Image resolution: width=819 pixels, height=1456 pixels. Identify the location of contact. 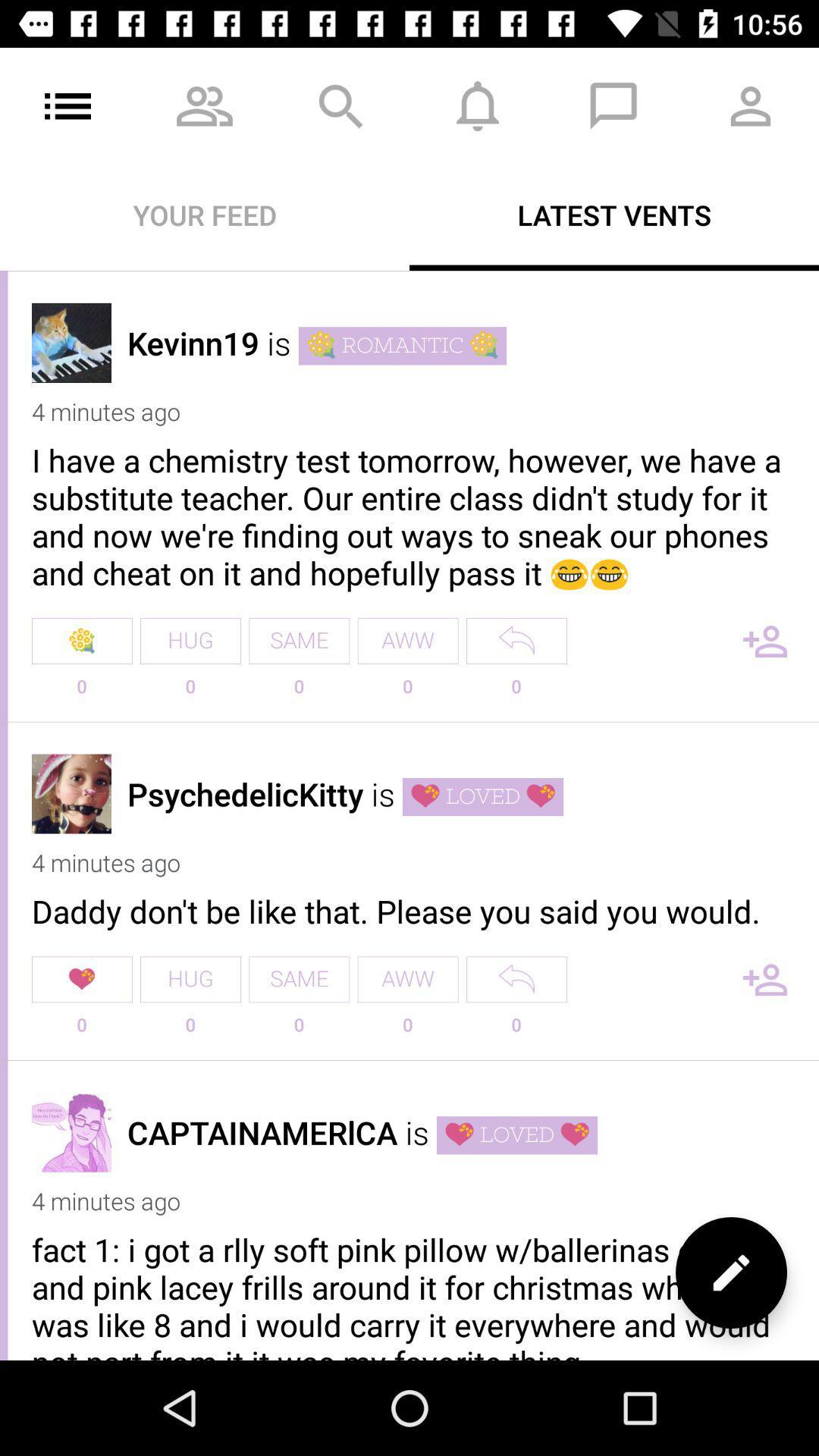
(765, 979).